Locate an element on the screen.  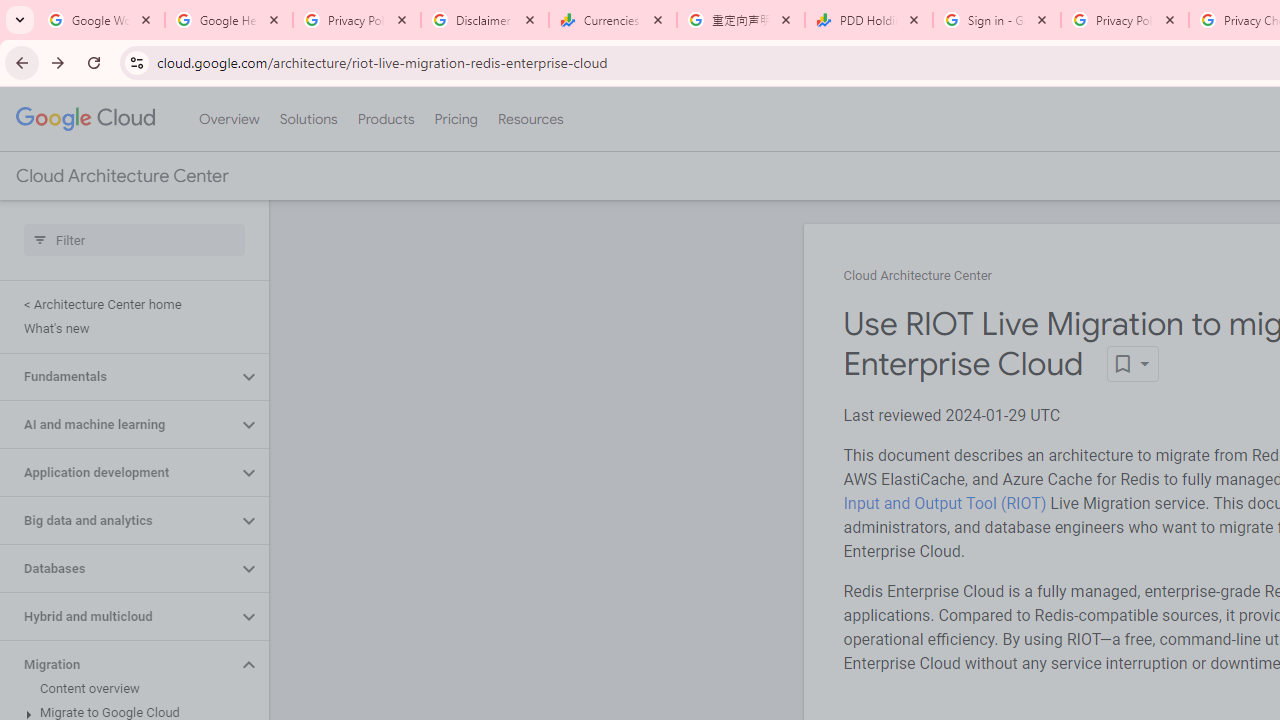
'Sign in - Google Accounts' is located at coordinates (997, 20).